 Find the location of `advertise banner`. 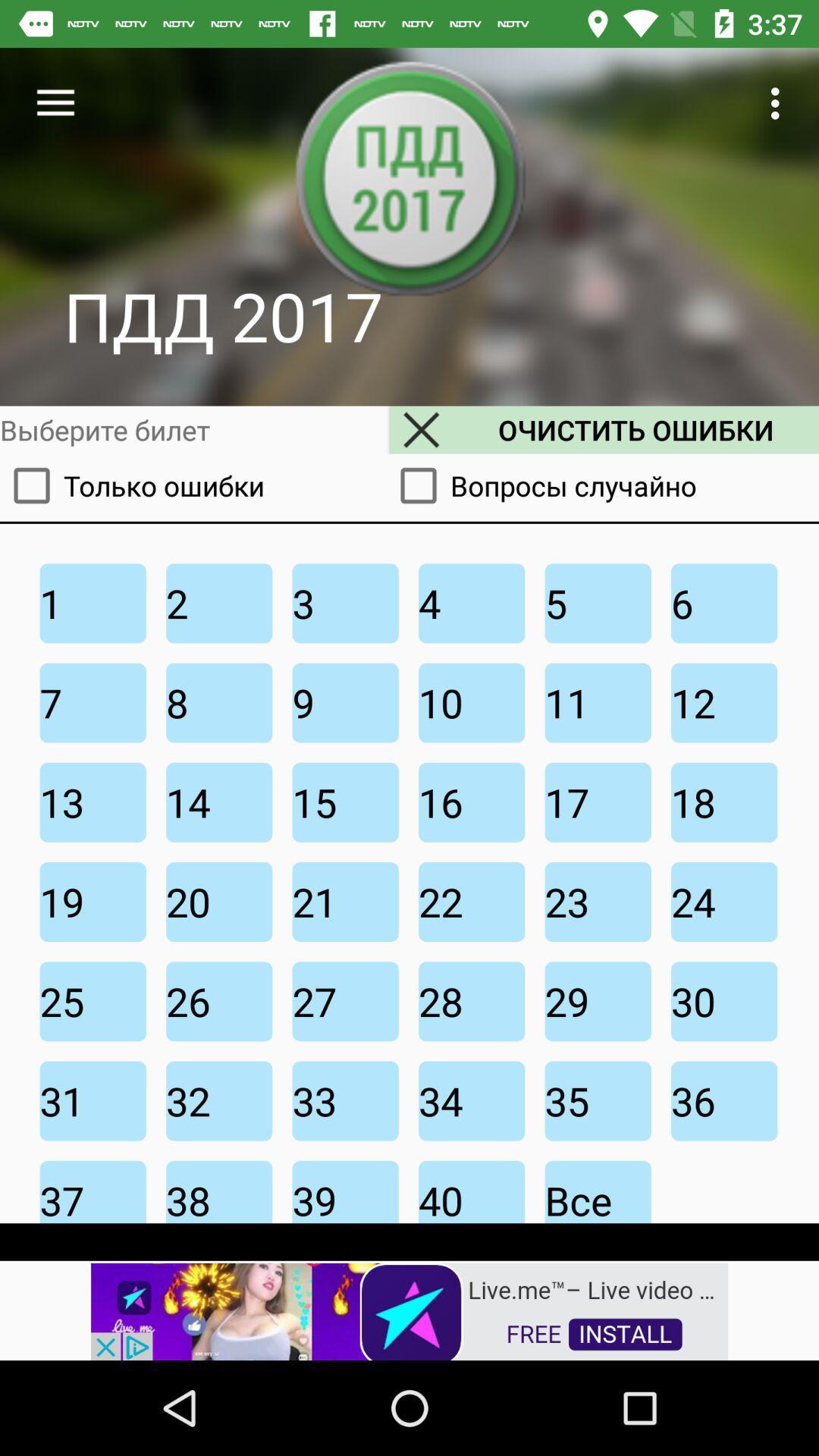

advertise banner is located at coordinates (409, 1310).